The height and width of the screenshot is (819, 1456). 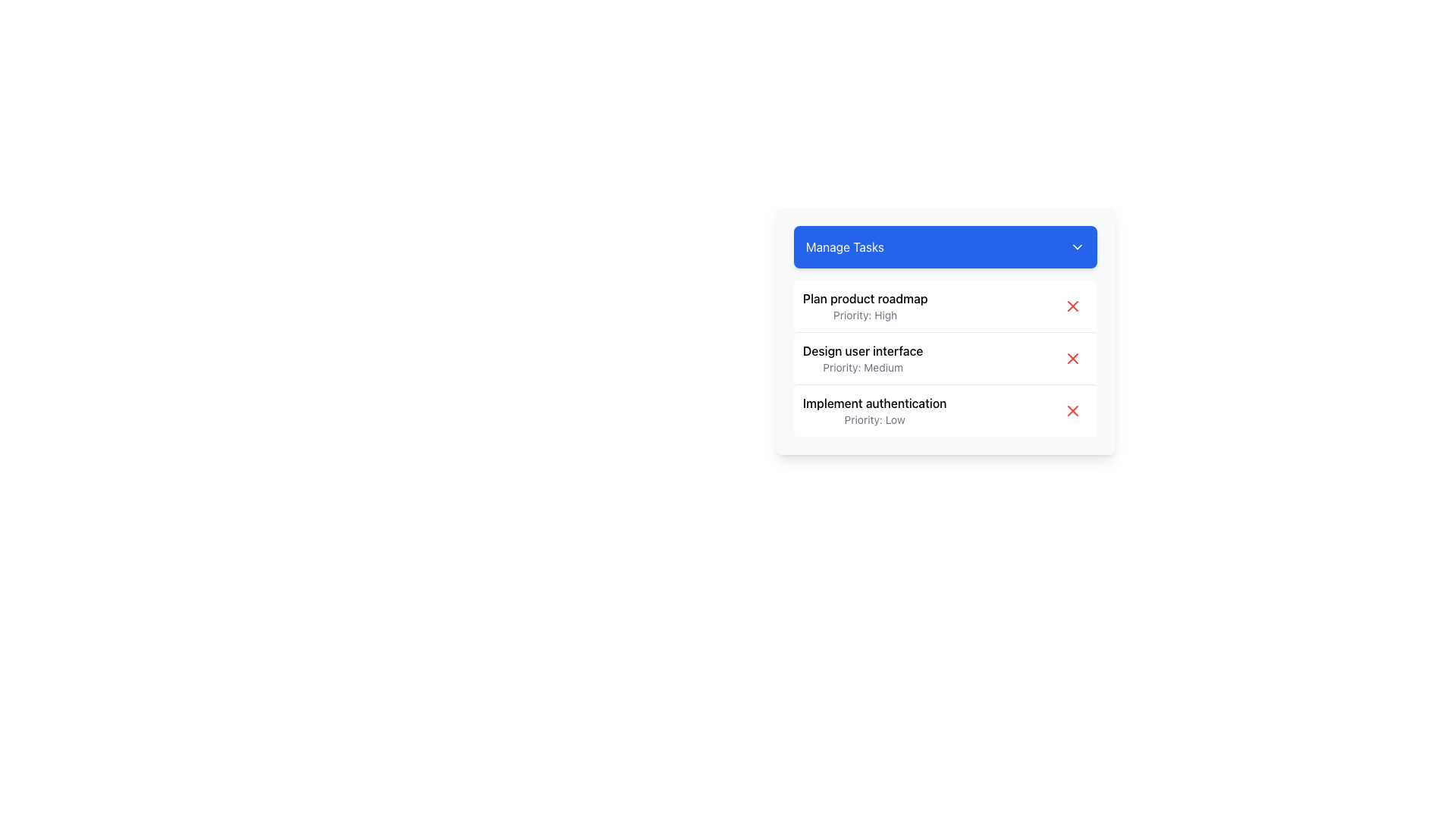 I want to click on the delete icon located in the task entry row for 'Design user interface', so click(x=1072, y=359).